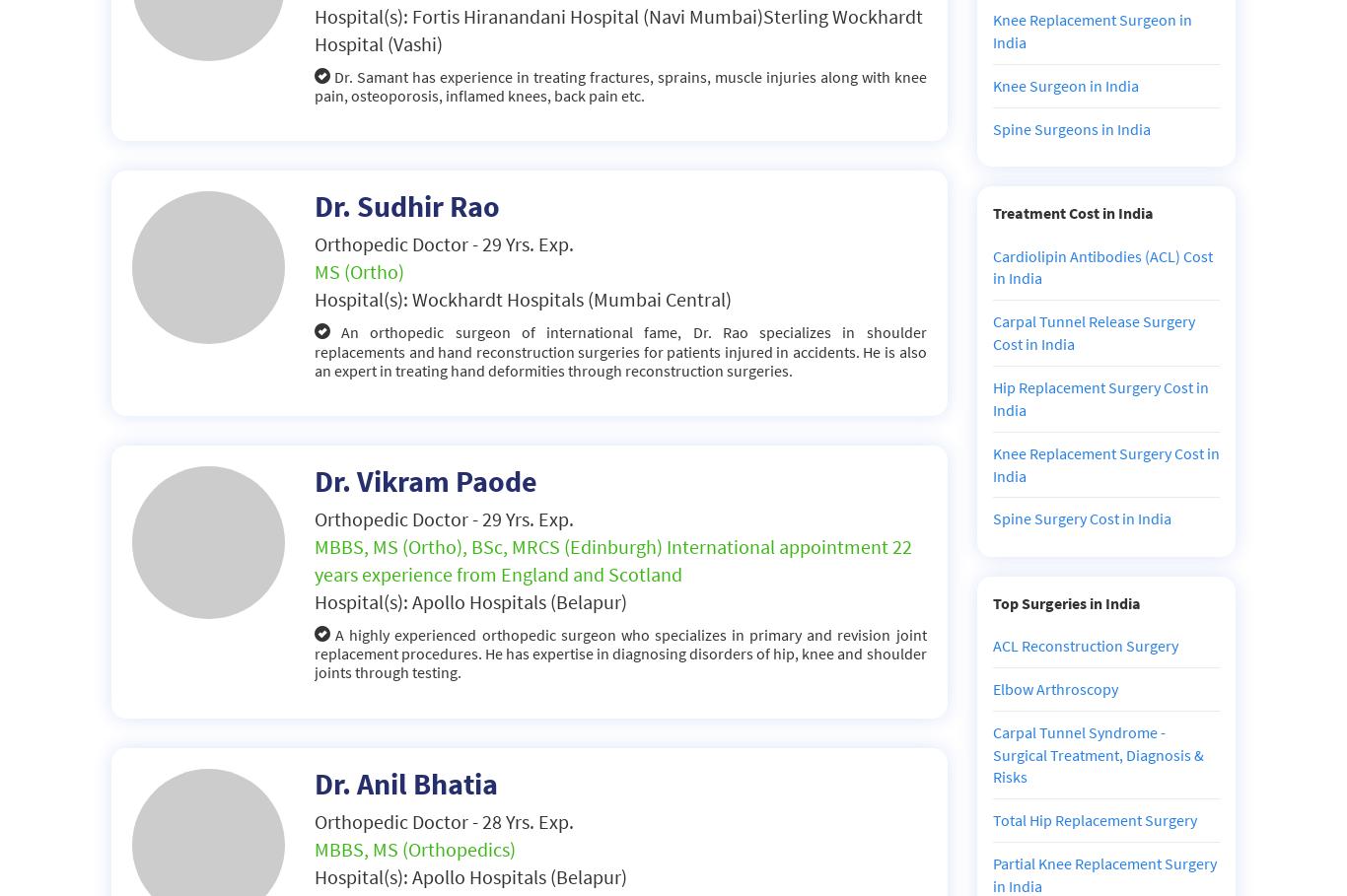  Describe the element at coordinates (1092, 332) in the screenshot. I see `'Carpal Tunnel Release Surgery Cost in India'` at that location.